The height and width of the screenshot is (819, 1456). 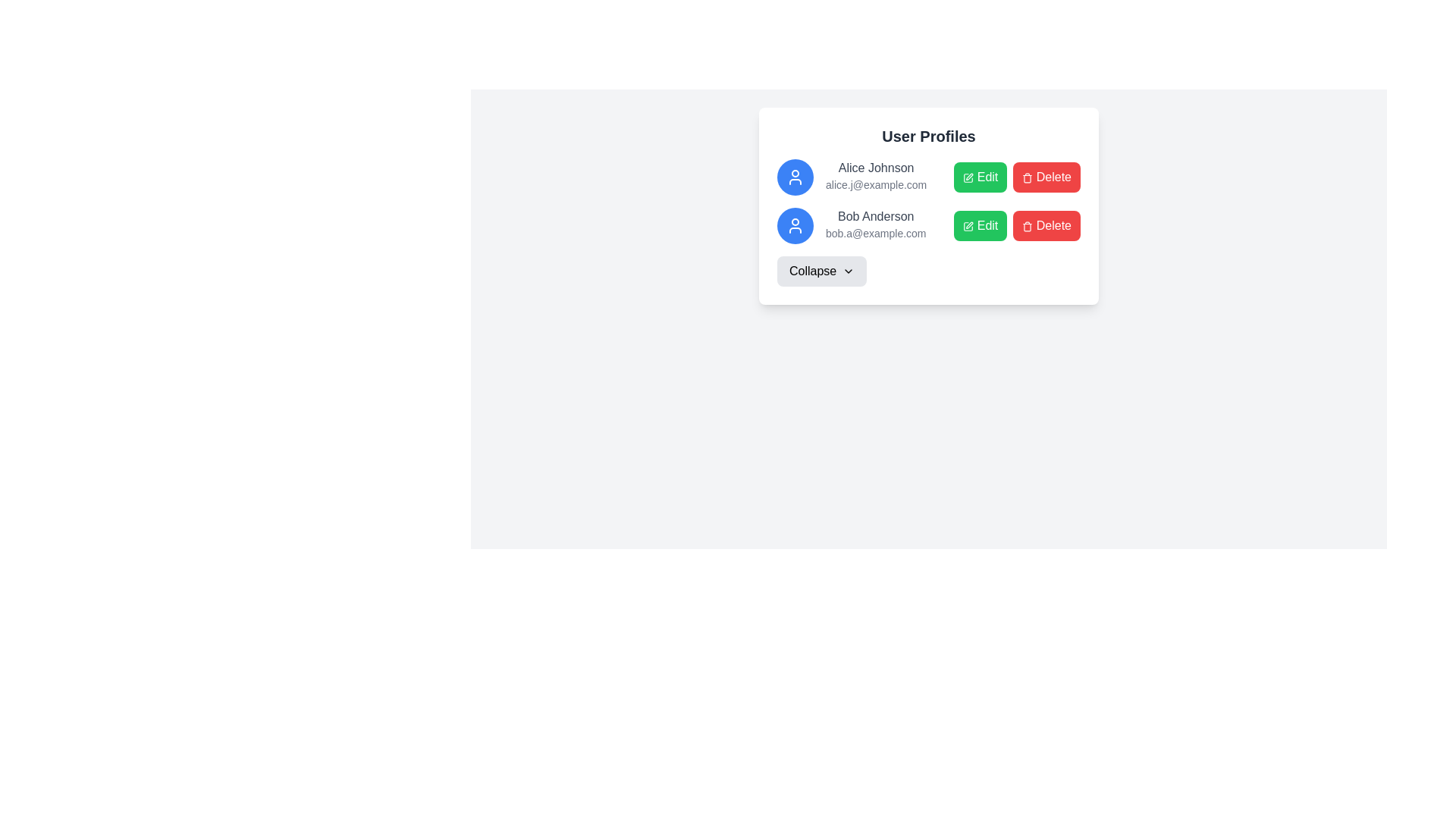 What do you see at coordinates (968, 226) in the screenshot?
I see `the 'Edit' icon, which is a small pen icon within a green button, to potentially reveal a tooltip` at bounding box center [968, 226].